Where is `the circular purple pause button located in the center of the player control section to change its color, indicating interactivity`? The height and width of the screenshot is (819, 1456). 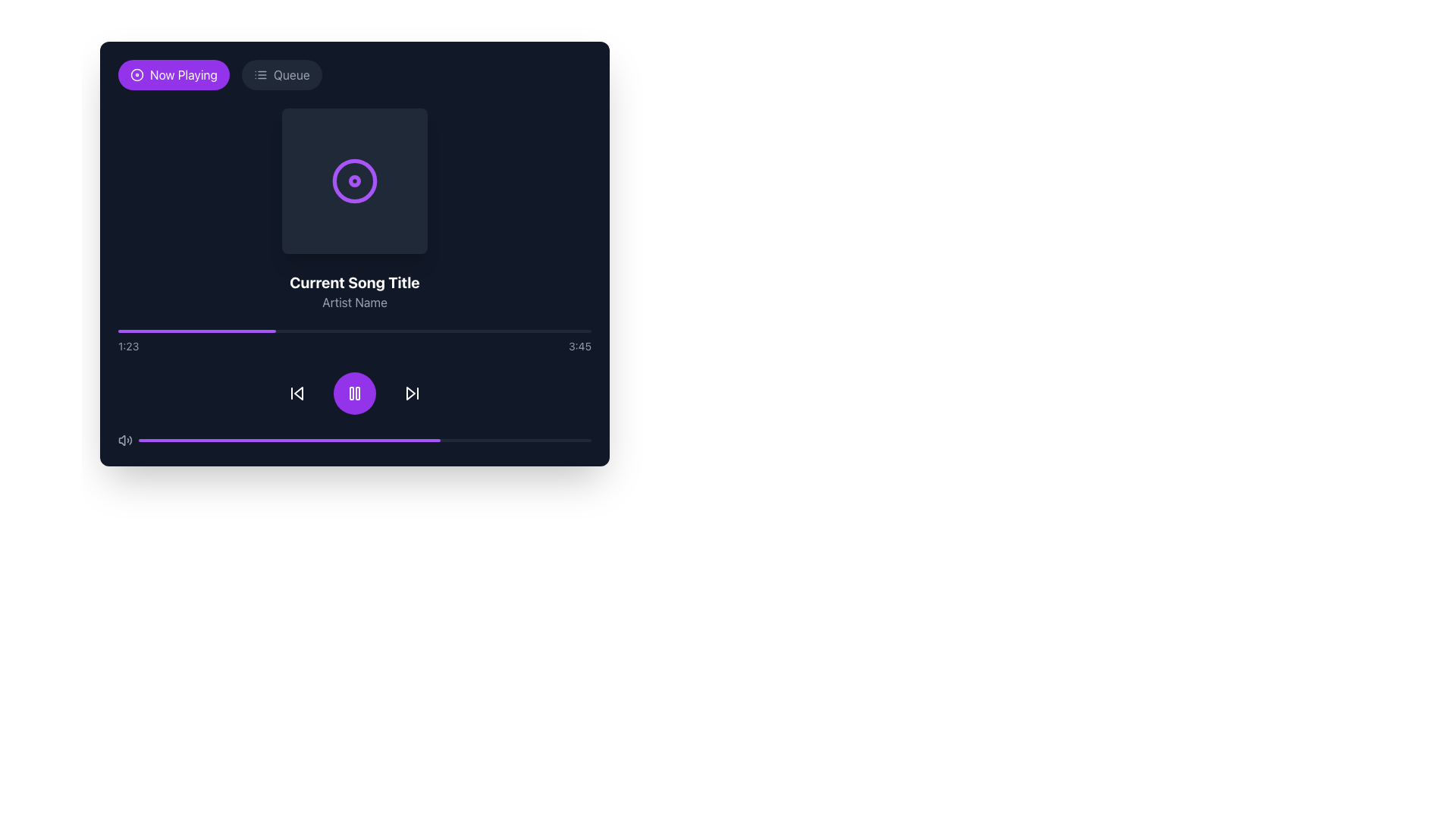
the circular purple pause button located in the center of the player control section to change its color, indicating interactivity is located at coordinates (353, 393).